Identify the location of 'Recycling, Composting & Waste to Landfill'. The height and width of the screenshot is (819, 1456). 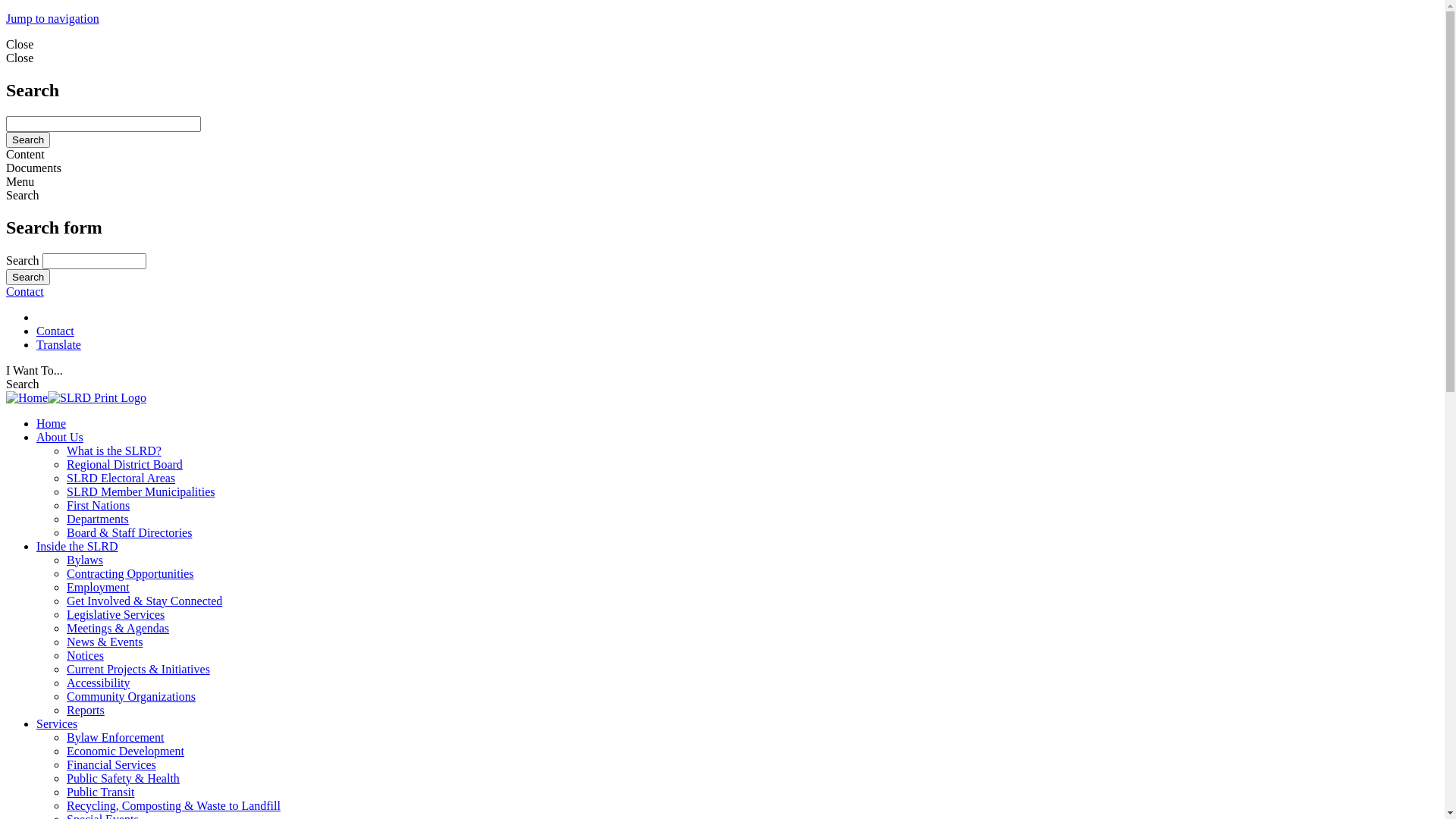
(174, 805).